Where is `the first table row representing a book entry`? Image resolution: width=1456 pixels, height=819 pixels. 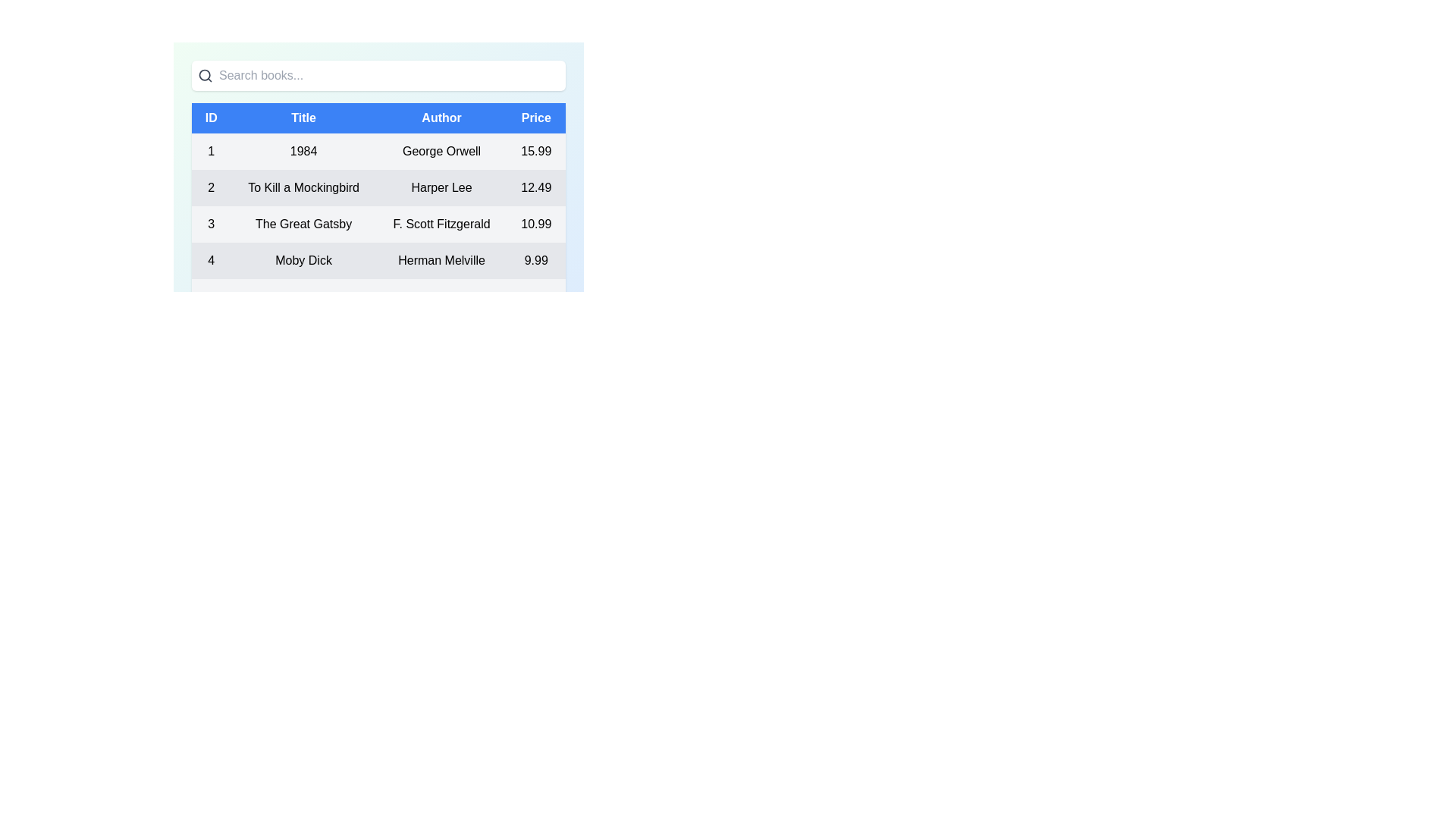
the first table row representing a book entry is located at coordinates (378, 152).